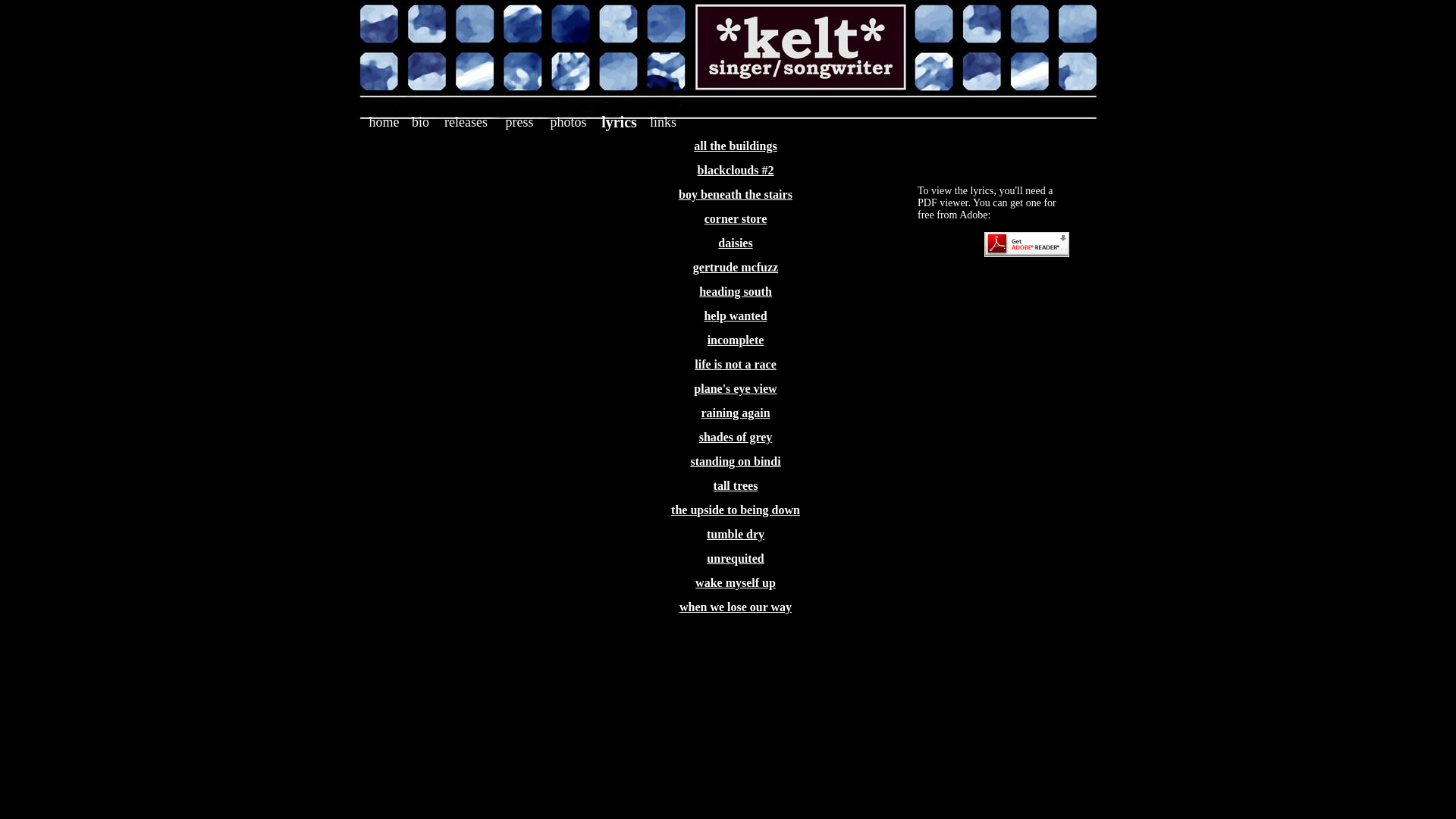 Image resolution: width=1456 pixels, height=819 pixels. I want to click on 'shades of grey', so click(698, 437).